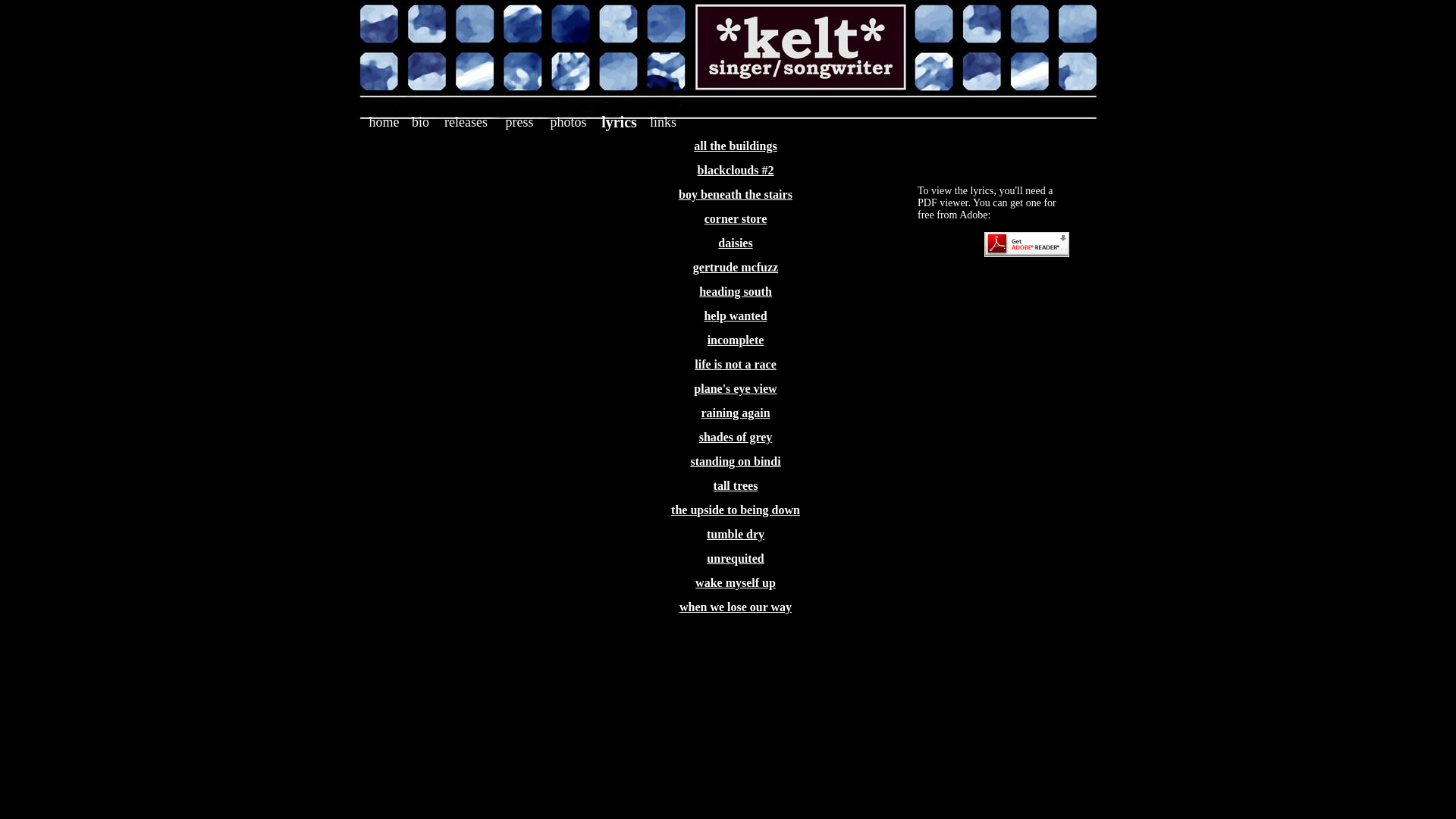 Image resolution: width=1456 pixels, height=819 pixels. I want to click on 'shades of grey', so click(698, 437).